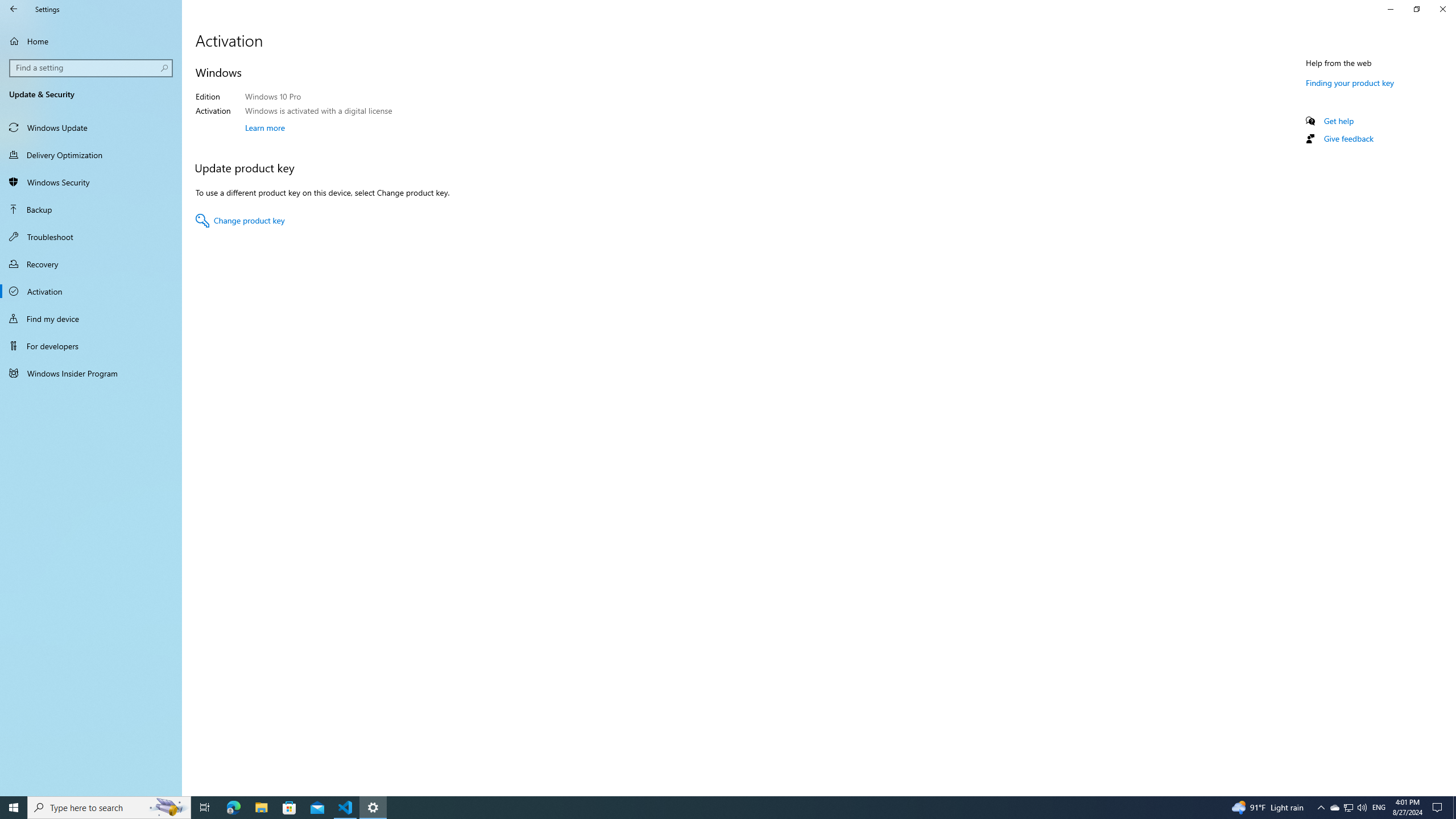 Image resolution: width=1456 pixels, height=819 pixels. Describe the element at coordinates (90, 236) in the screenshot. I see `'Troubleshoot'` at that location.